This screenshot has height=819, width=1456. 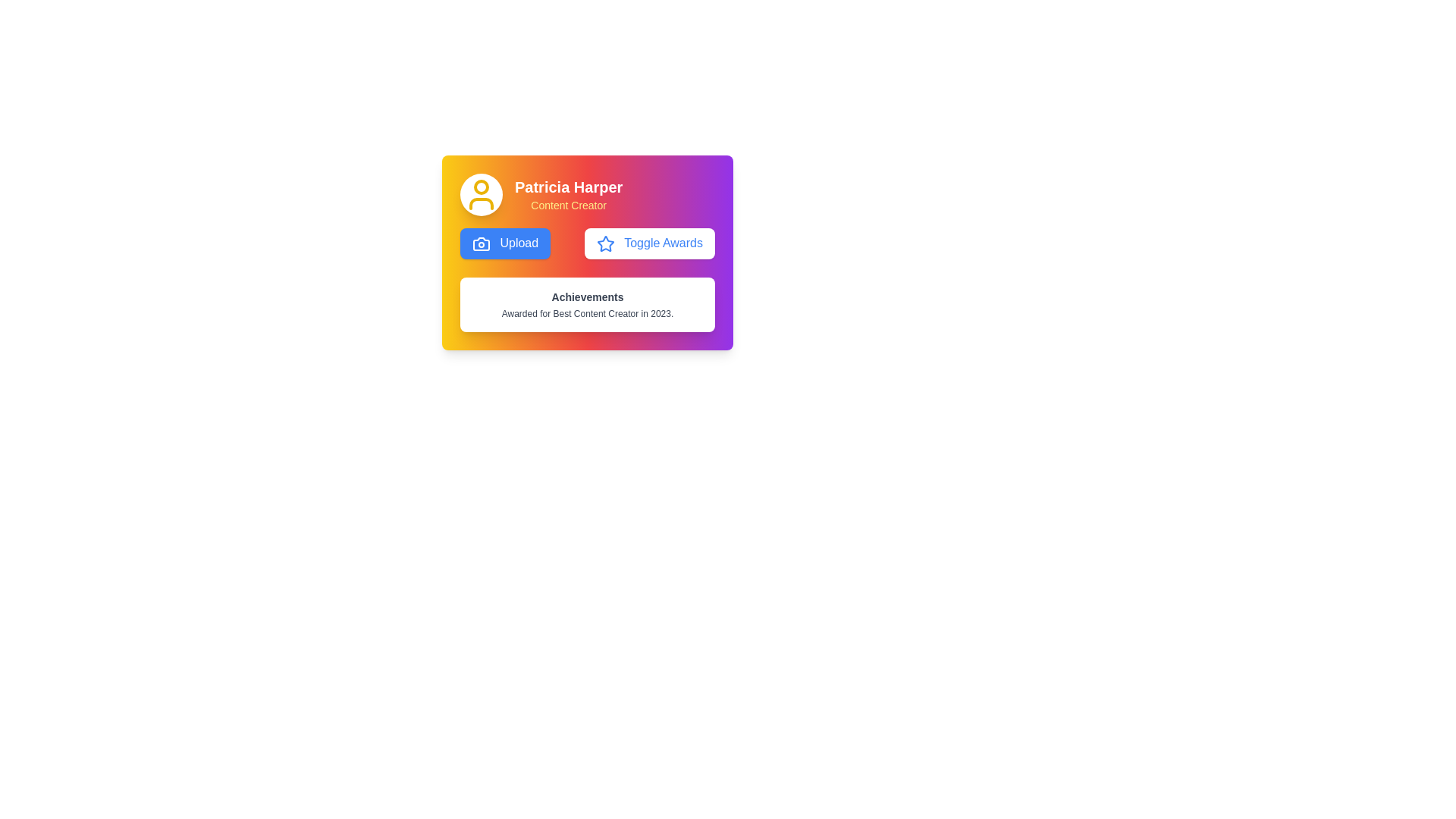 What do you see at coordinates (480, 242) in the screenshot?
I see `the 'Upload' button, which features a camera icon representing the upload functionality and is located just below the name and title section, to the left of the 'Toggle Awards' button` at bounding box center [480, 242].